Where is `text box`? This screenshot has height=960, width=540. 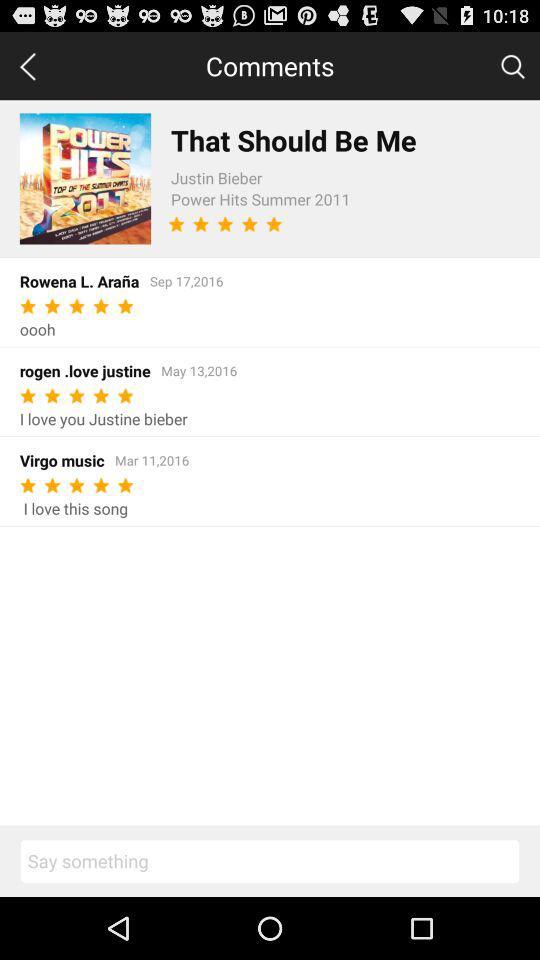
text box is located at coordinates (270, 860).